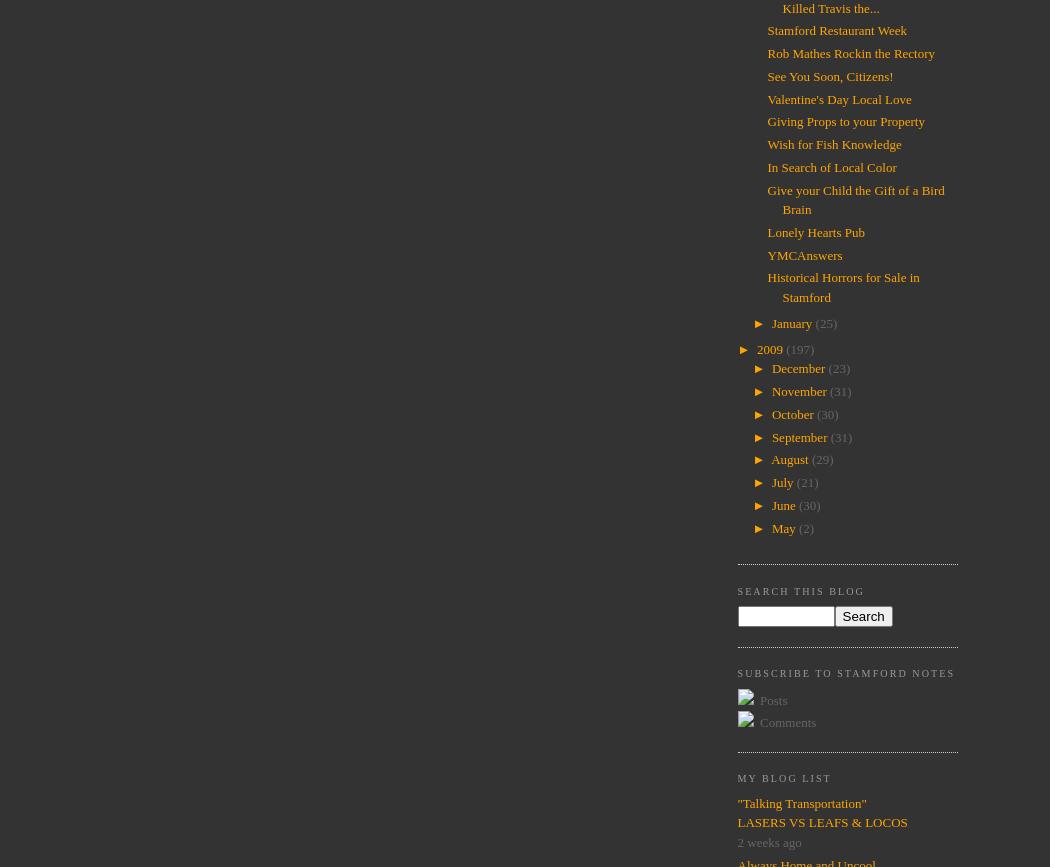 The width and height of the screenshot is (1050, 867). Describe the element at coordinates (767, 199) in the screenshot. I see `'Give your Child the Gift of a Bird Brain'` at that location.